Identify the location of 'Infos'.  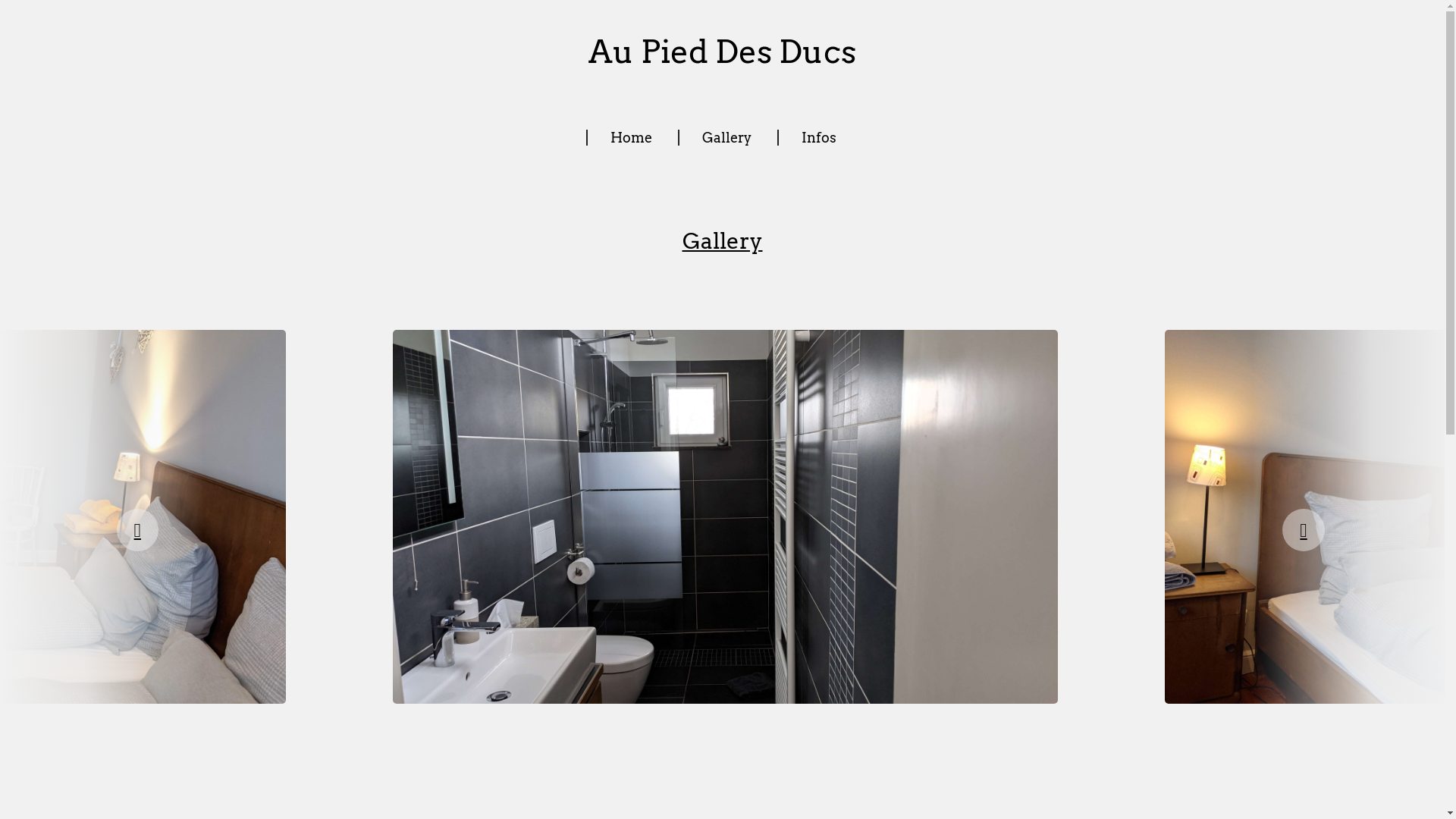
(817, 137).